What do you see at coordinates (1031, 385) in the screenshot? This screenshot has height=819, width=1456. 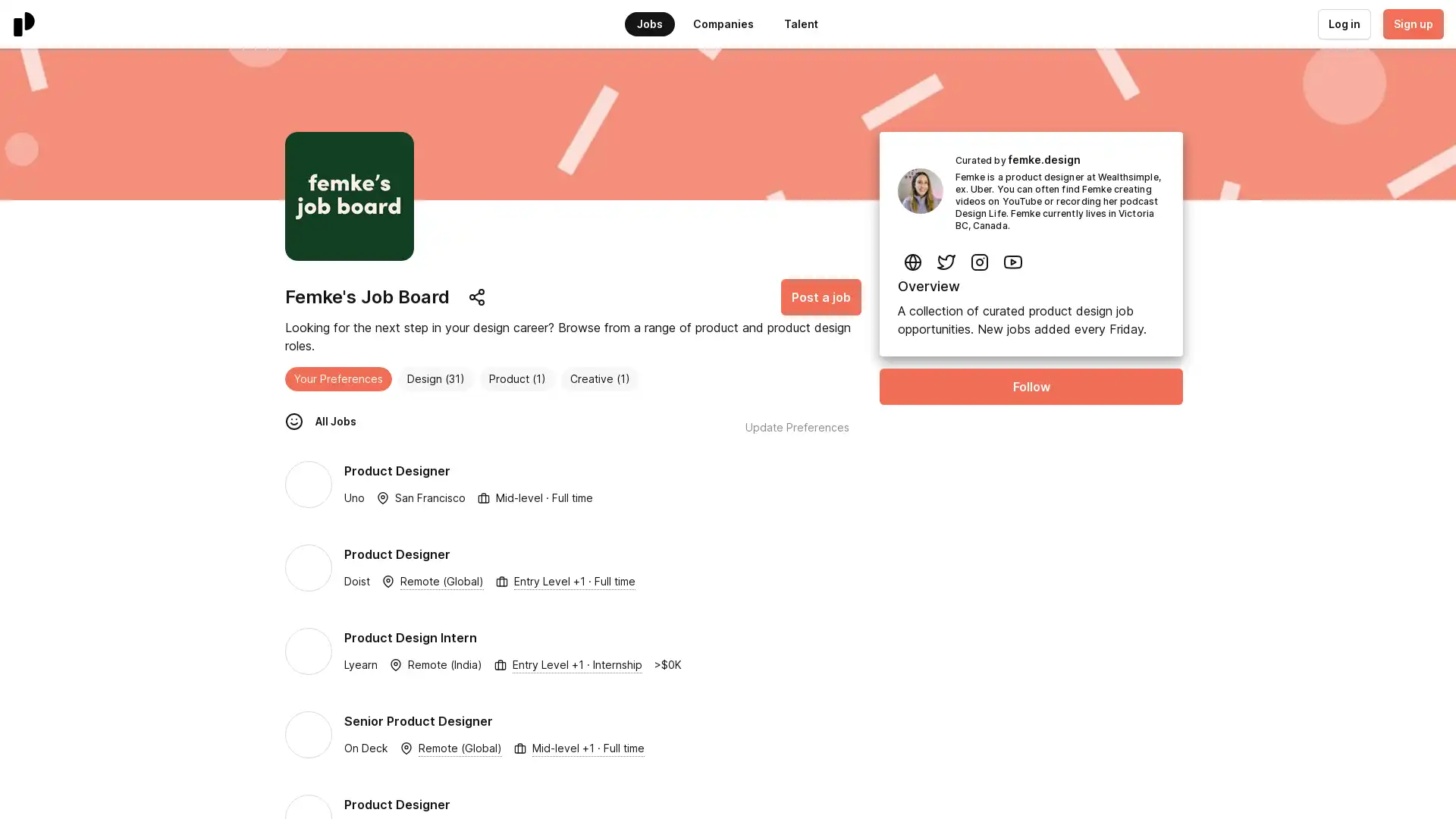 I see `Follow` at bounding box center [1031, 385].